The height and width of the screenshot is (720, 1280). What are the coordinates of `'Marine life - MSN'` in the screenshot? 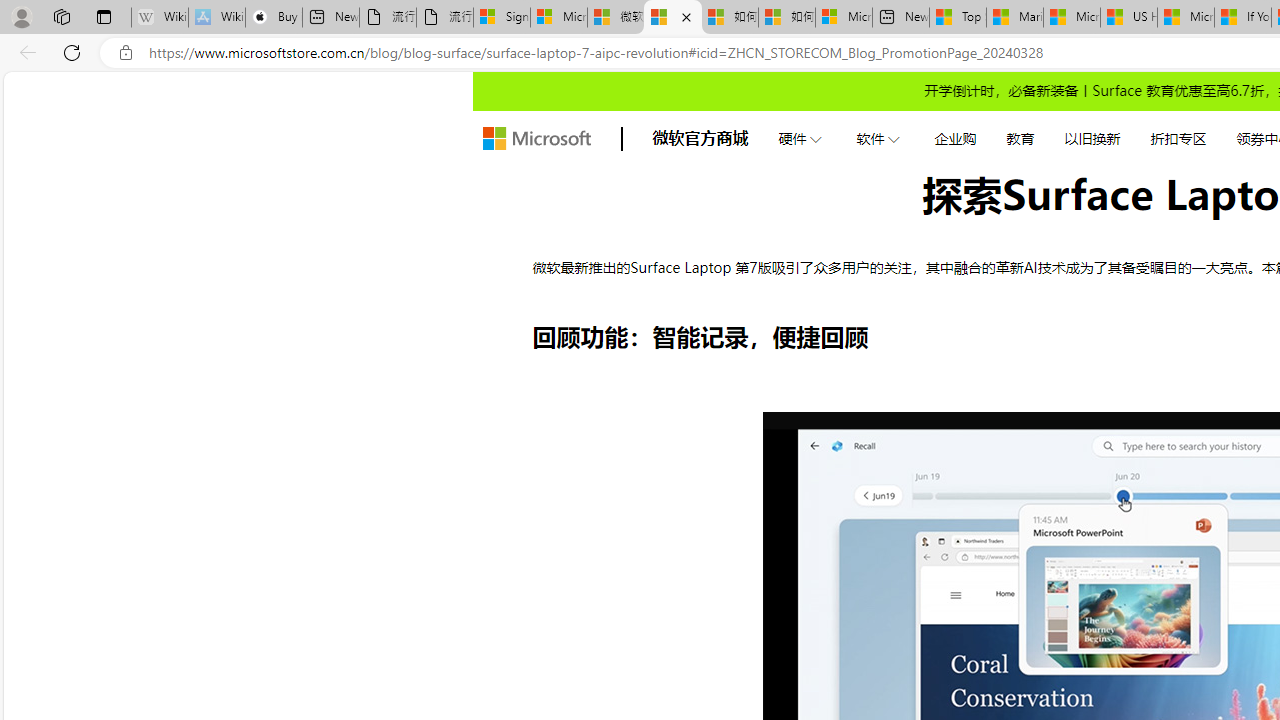 It's located at (1015, 17).